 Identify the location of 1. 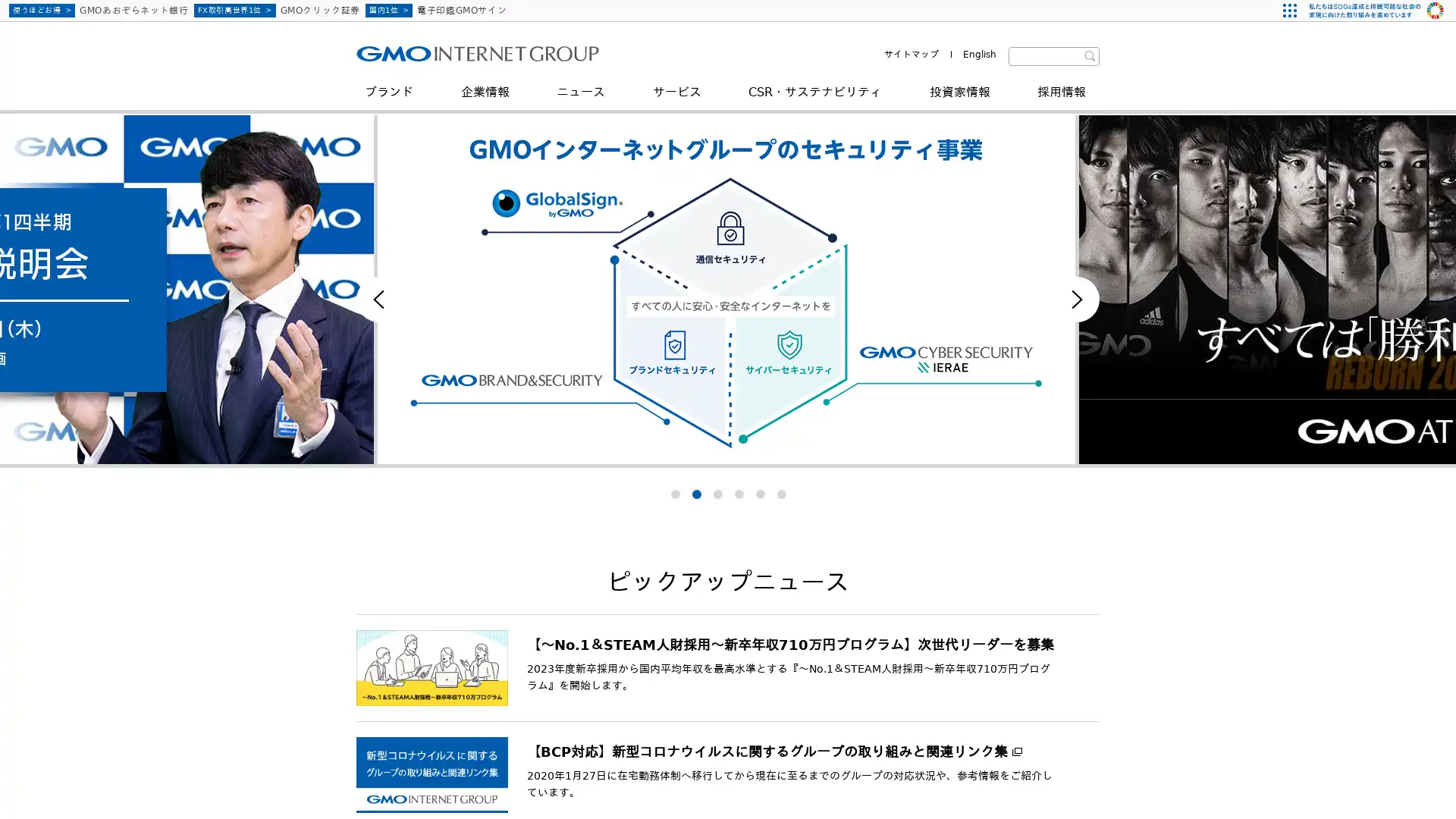
(673, 494).